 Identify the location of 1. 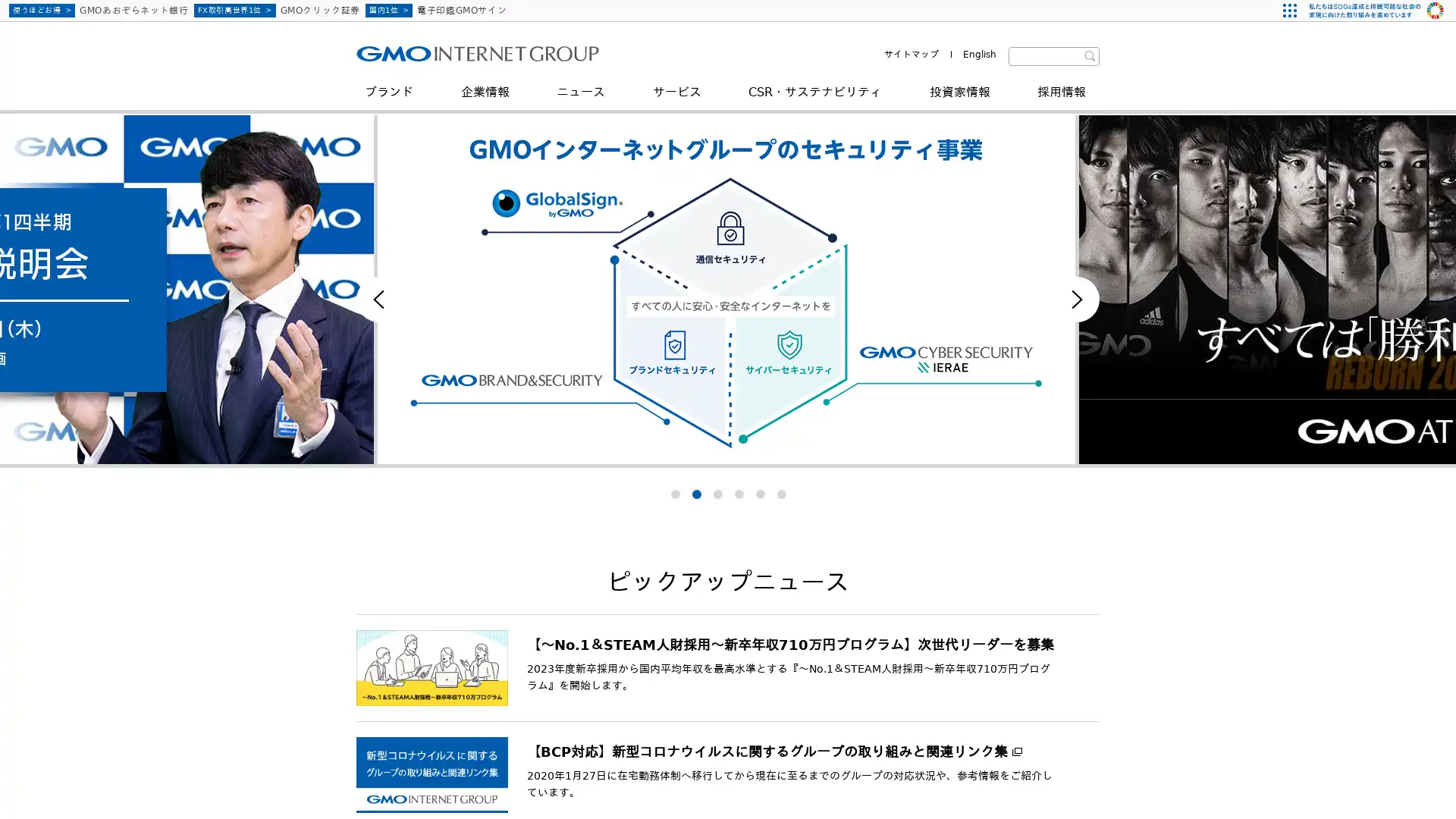
(673, 494).